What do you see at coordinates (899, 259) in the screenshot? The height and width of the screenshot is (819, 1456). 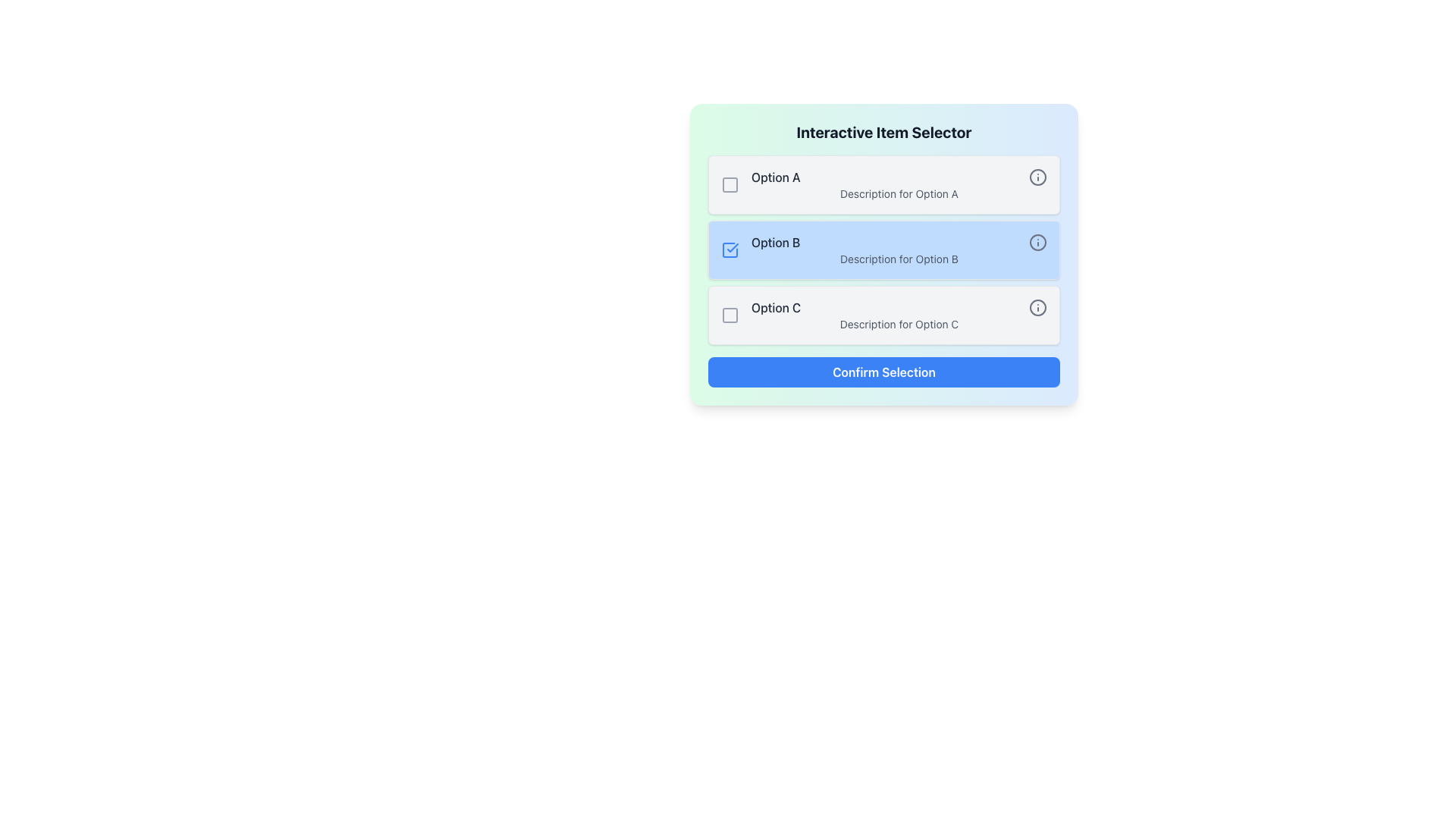 I see `the static text label displaying 'Description for Option B', which is positioned below the checkable item labeled 'Option B'` at bounding box center [899, 259].